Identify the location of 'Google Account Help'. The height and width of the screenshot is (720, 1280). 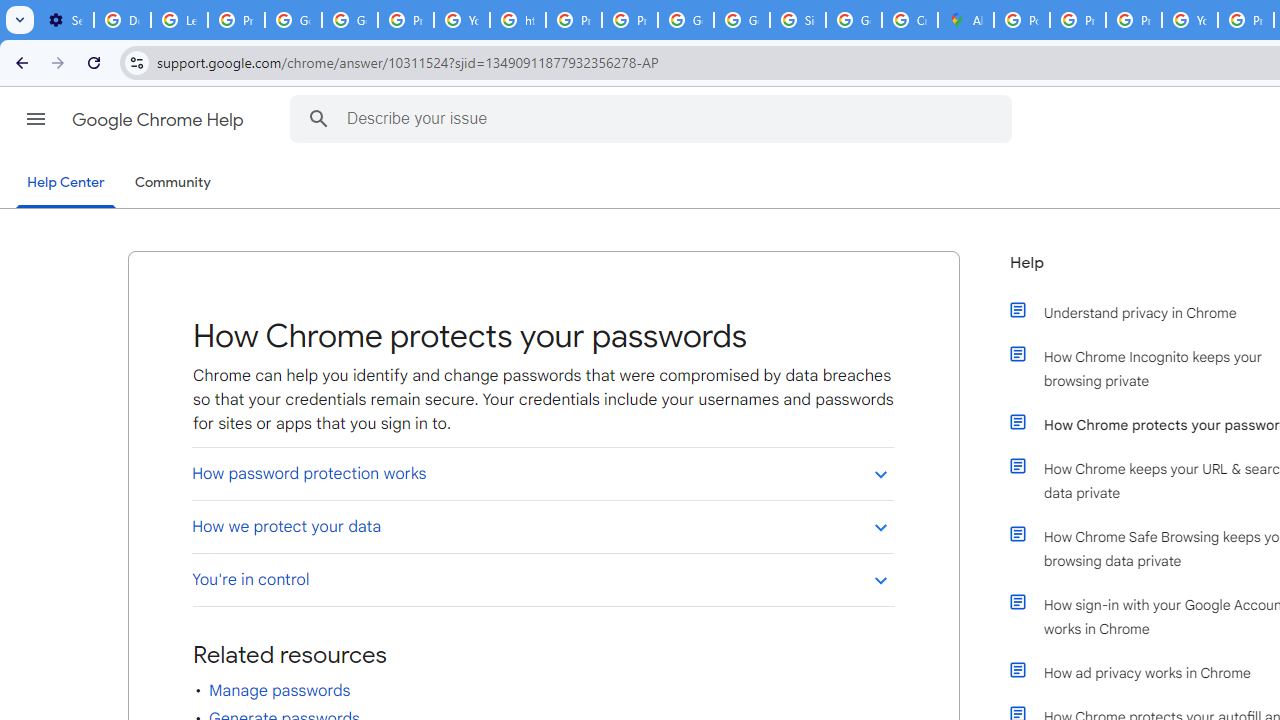
(292, 20).